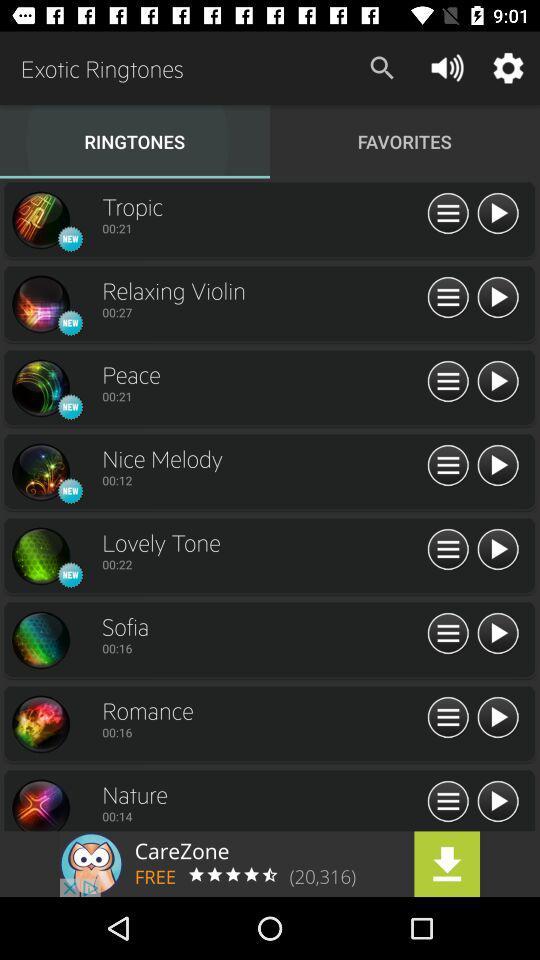  What do you see at coordinates (496, 466) in the screenshot?
I see `play` at bounding box center [496, 466].